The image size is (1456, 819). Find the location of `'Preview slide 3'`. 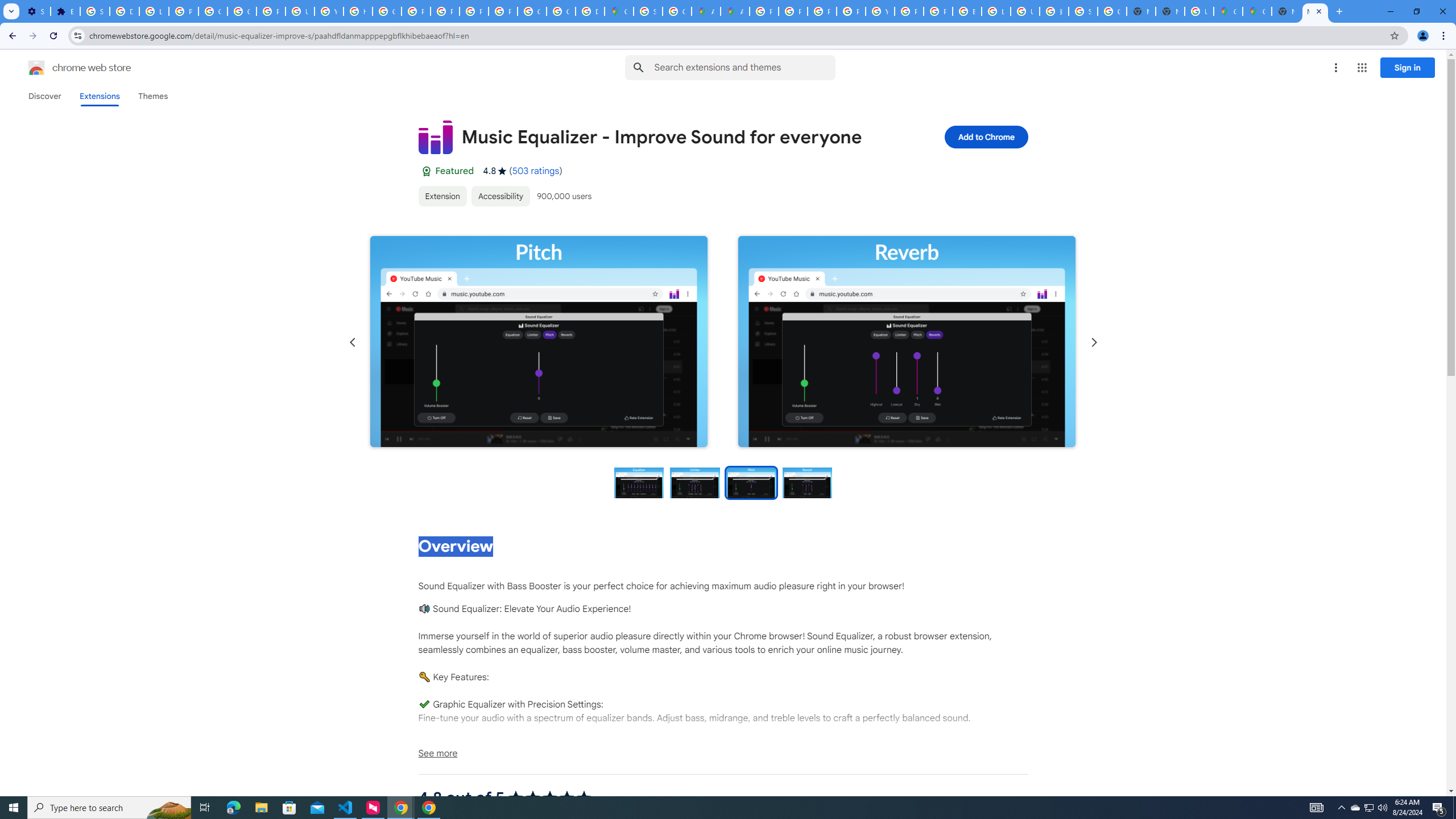

'Preview slide 3' is located at coordinates (751, 482).